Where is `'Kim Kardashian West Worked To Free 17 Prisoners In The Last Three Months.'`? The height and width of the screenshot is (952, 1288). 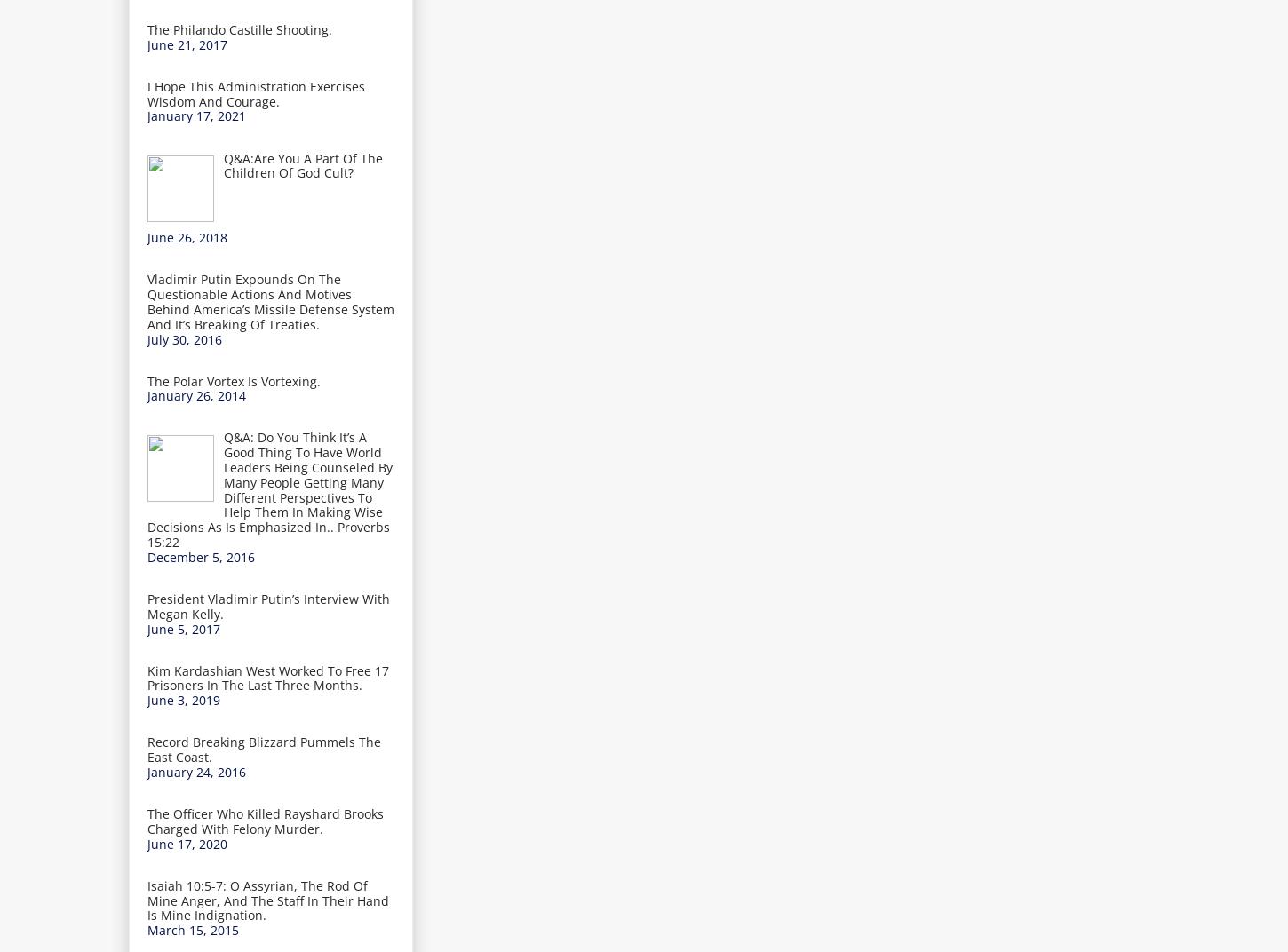
'Kim Kardashian West Worked To Free 17 Prisoners In The Last Three Months.' is located at coordinates (147, 678).